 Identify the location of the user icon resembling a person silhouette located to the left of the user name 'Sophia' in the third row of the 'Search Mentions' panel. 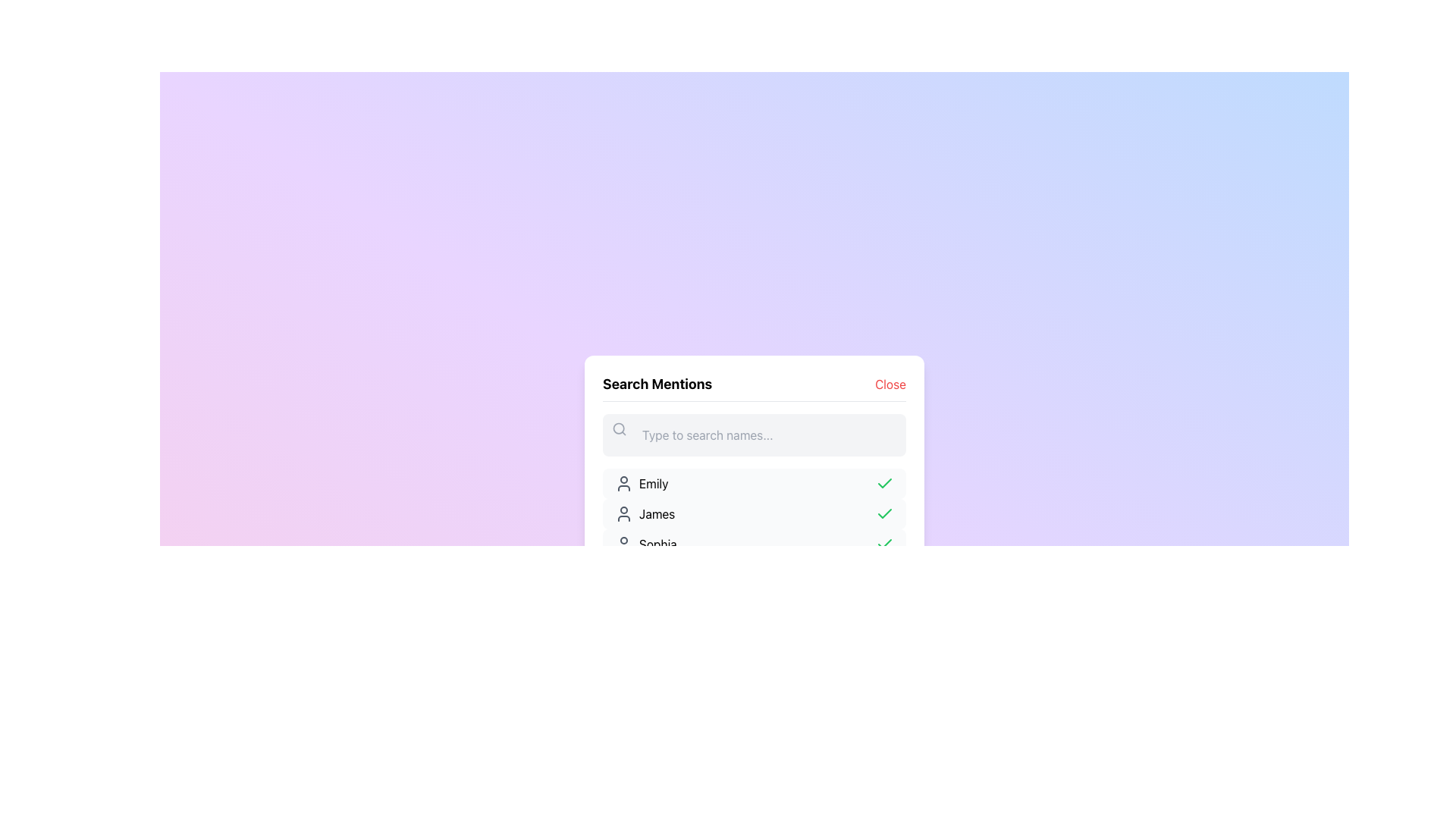
(623, 543).